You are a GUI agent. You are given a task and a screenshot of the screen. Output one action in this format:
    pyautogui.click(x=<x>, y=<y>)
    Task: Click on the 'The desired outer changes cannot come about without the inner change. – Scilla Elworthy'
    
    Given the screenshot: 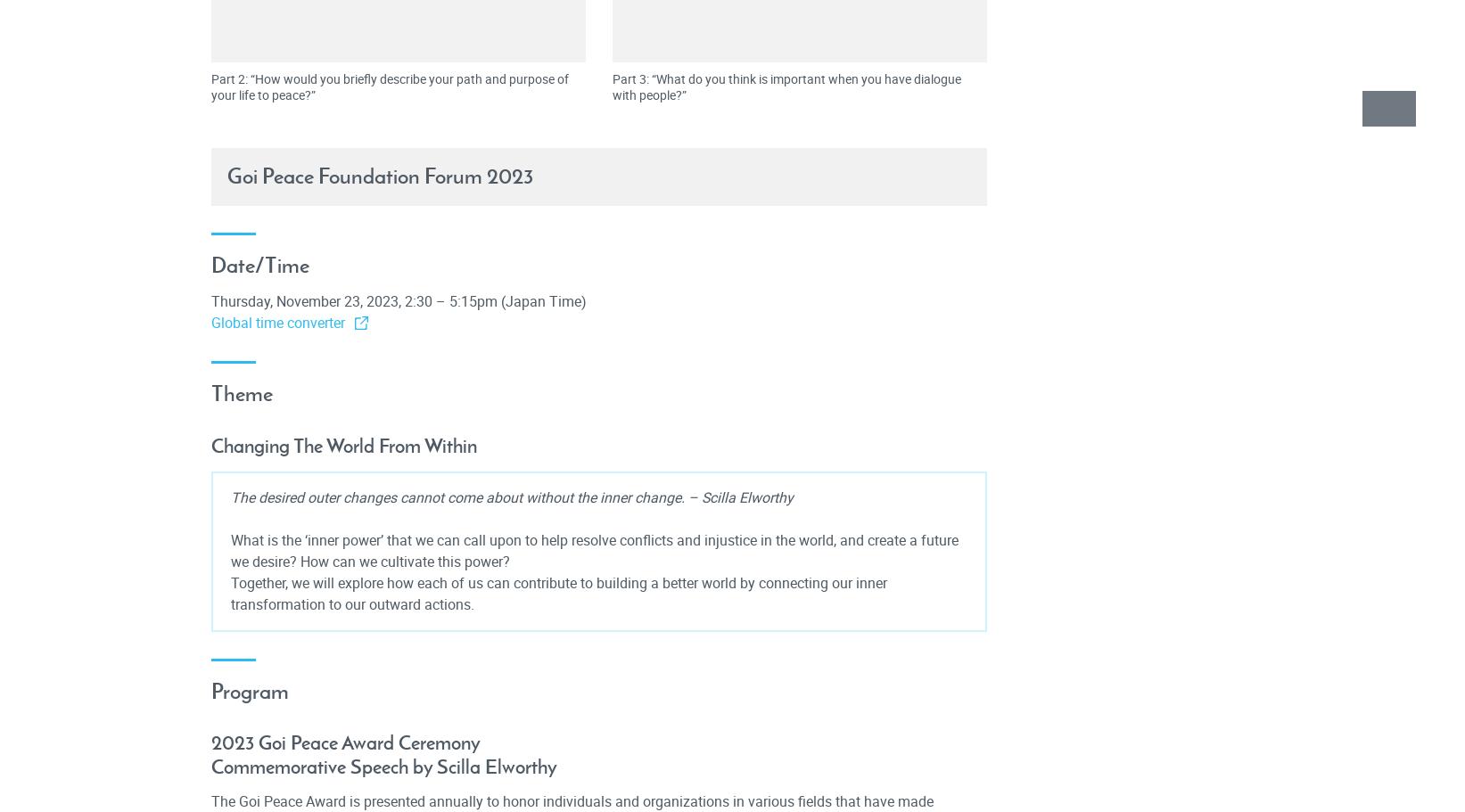 What is the action you would take?
    pyautogui.click(x=511, y=496)
    